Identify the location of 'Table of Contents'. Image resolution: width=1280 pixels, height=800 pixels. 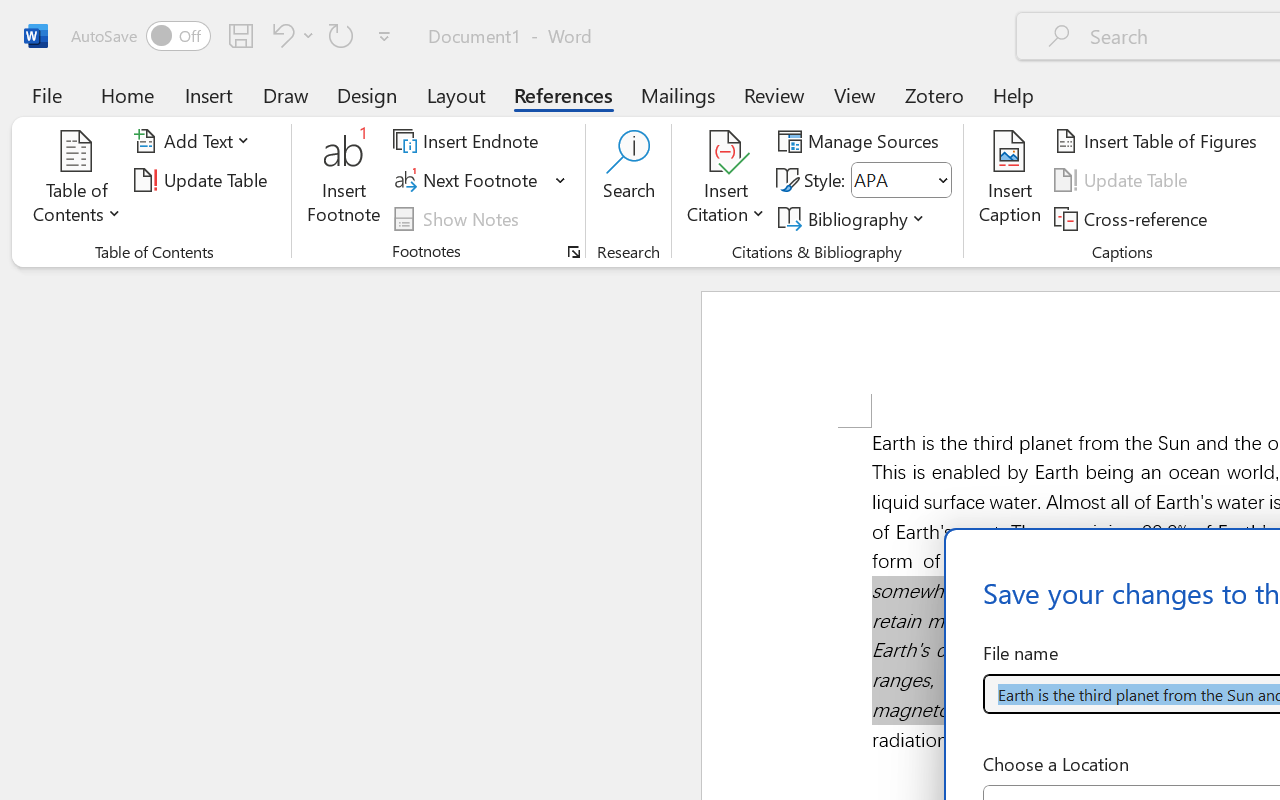
(77, 179).